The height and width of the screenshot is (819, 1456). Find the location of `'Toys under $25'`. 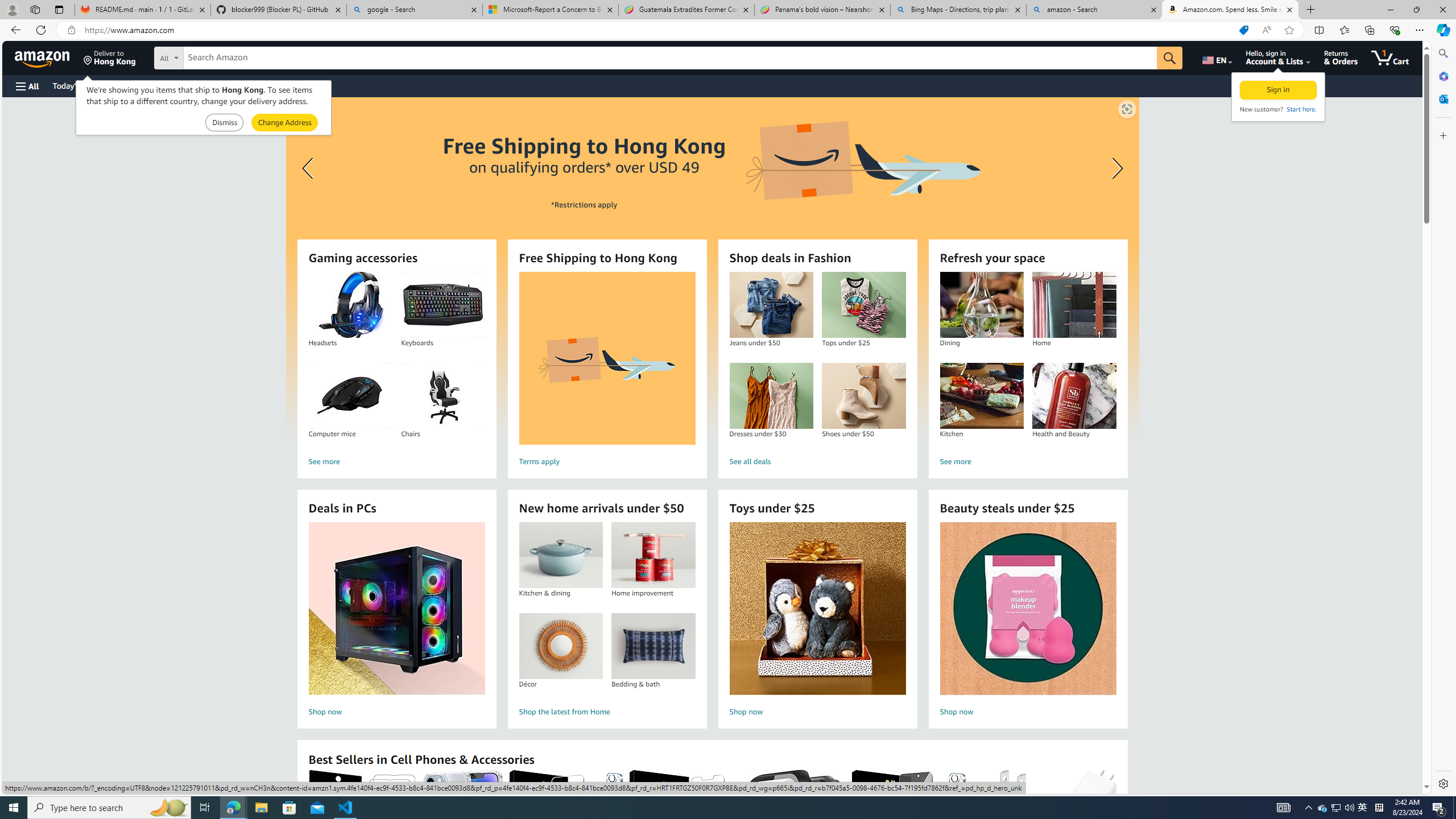

'Toys under $25' is located at coordinates (818, 608).